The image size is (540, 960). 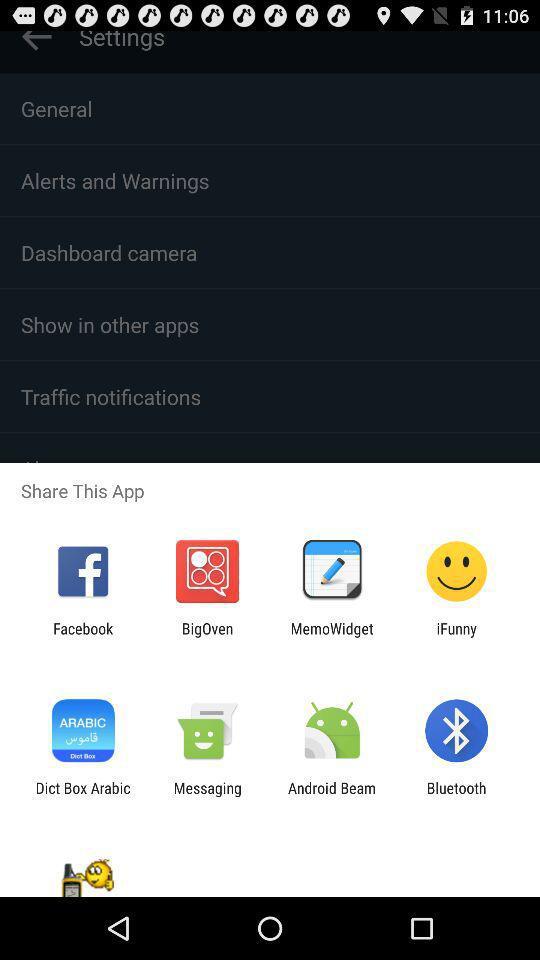 I want to click on facebook item, so click(x=82, y=636).